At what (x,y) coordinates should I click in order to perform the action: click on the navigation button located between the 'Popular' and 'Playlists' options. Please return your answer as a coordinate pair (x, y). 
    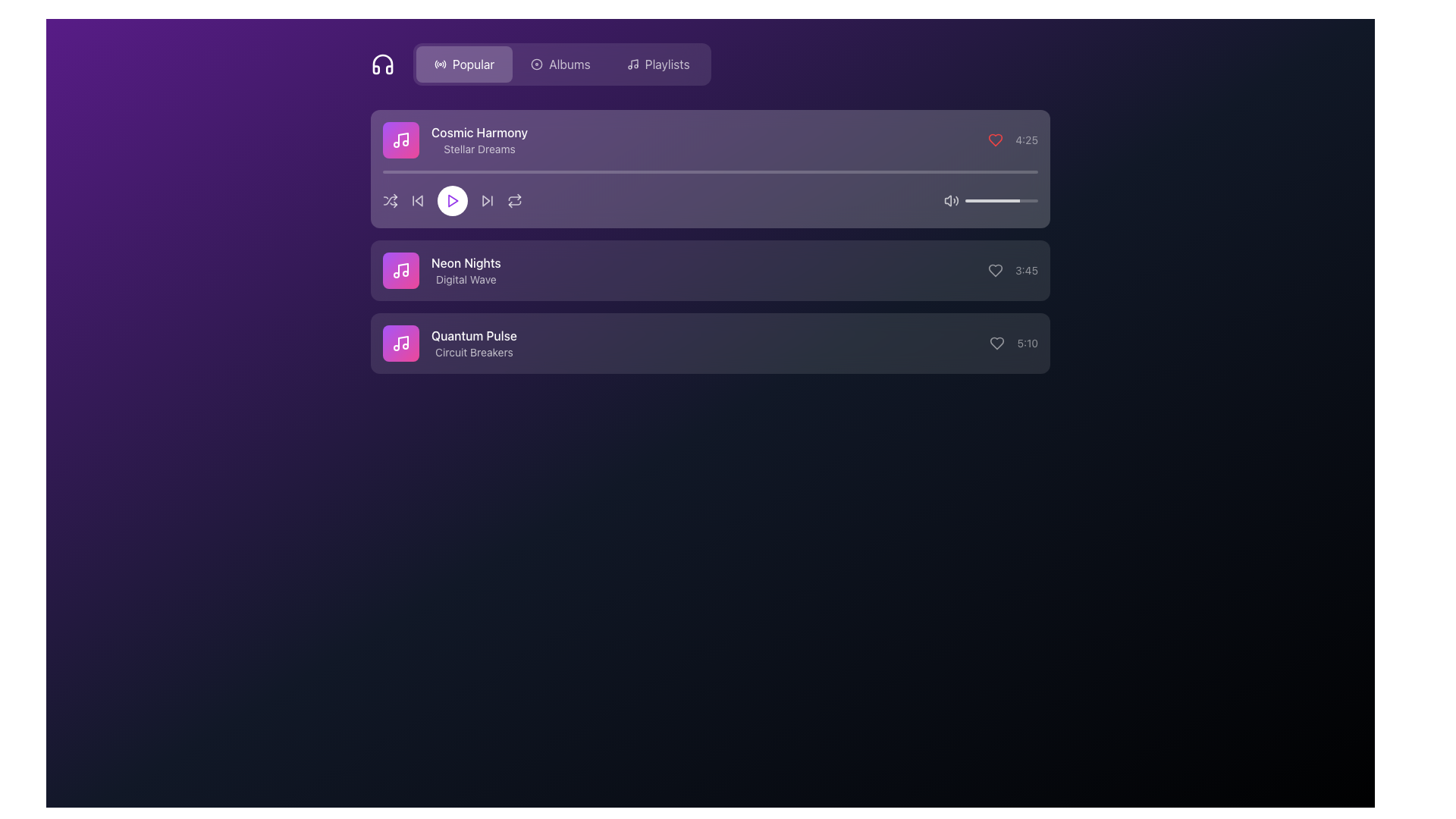
    Looking at the image, I should click on (560, 63).